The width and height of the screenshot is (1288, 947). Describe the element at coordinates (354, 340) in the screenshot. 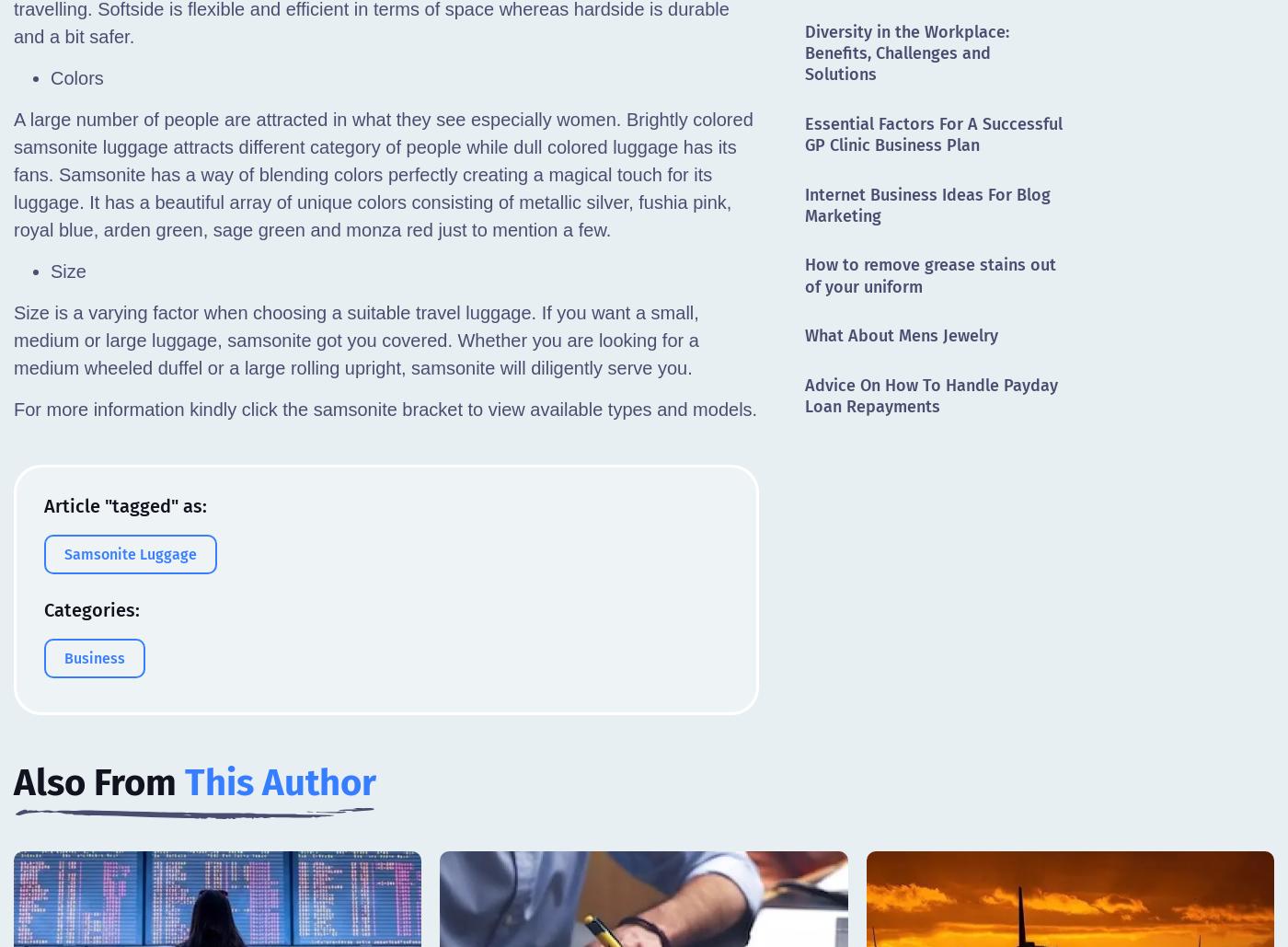

I see `'Size is a varying factor when choosing a suitable travel luggage. If you want a small, medium or large luggage, samsonite got you covered. Whether you are looking for a medium wheeled duffel or a large rolling upright, samsonite will diligently serve you.'` at that location.